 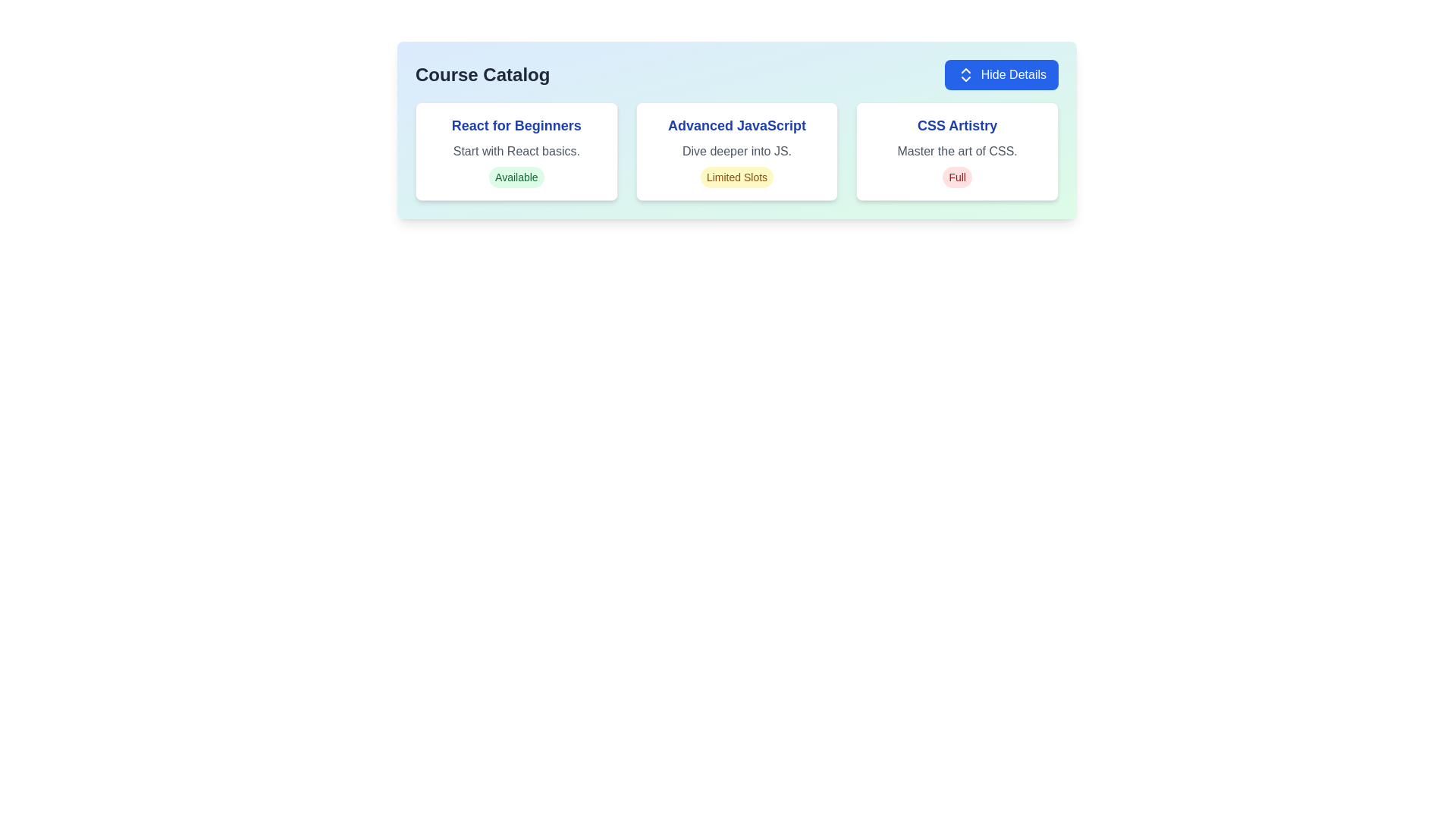 What do you see at coordinates (516, 124) in the screenshot?
I see `the text label which serves as the title for the course card located at the top-left of the card set` at bounding box center [516, 124].